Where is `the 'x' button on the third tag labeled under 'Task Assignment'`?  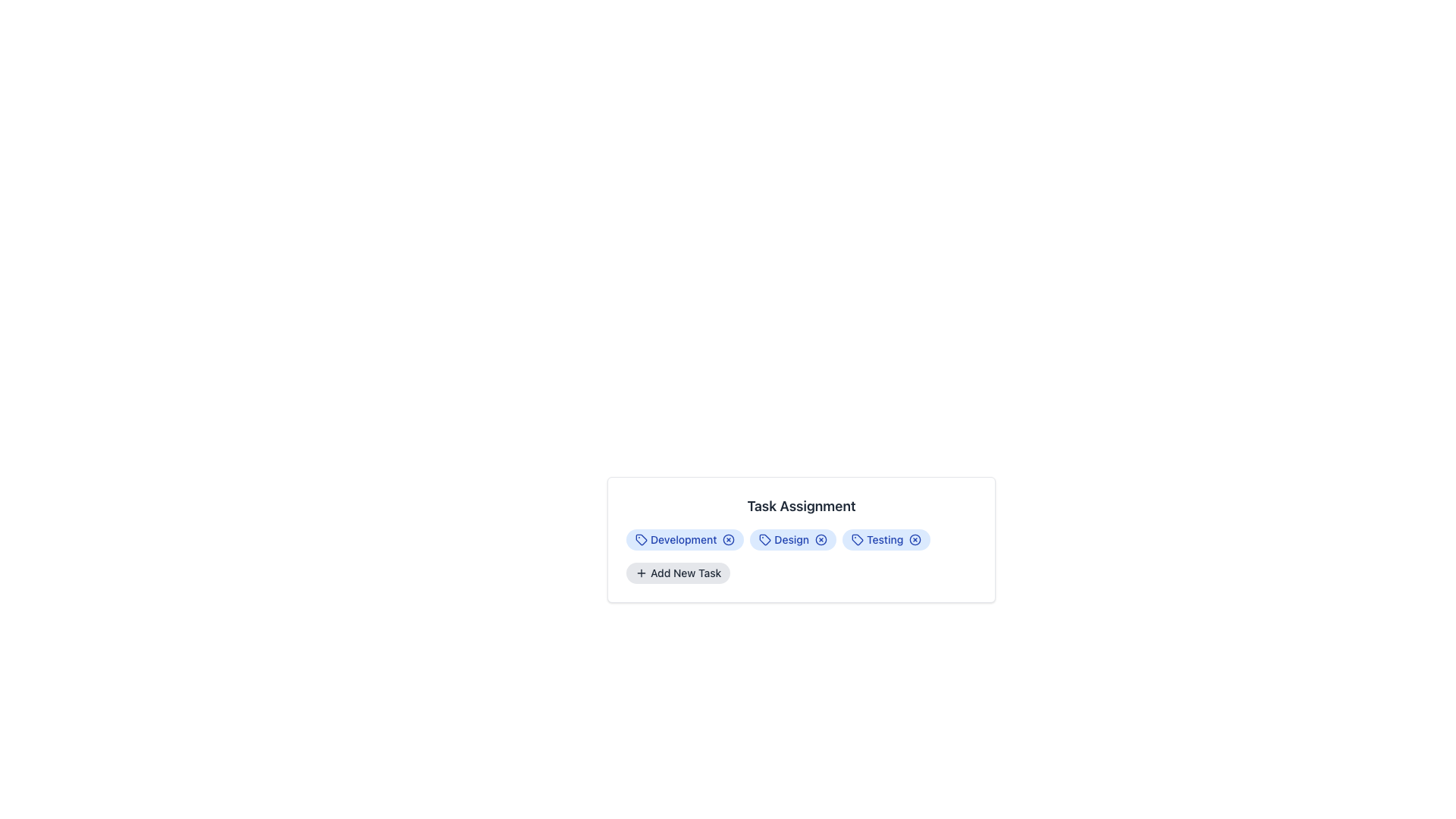 the 'x' button on the third tag labeled under 'Task Assignment' is located at coordinates (886, 539).